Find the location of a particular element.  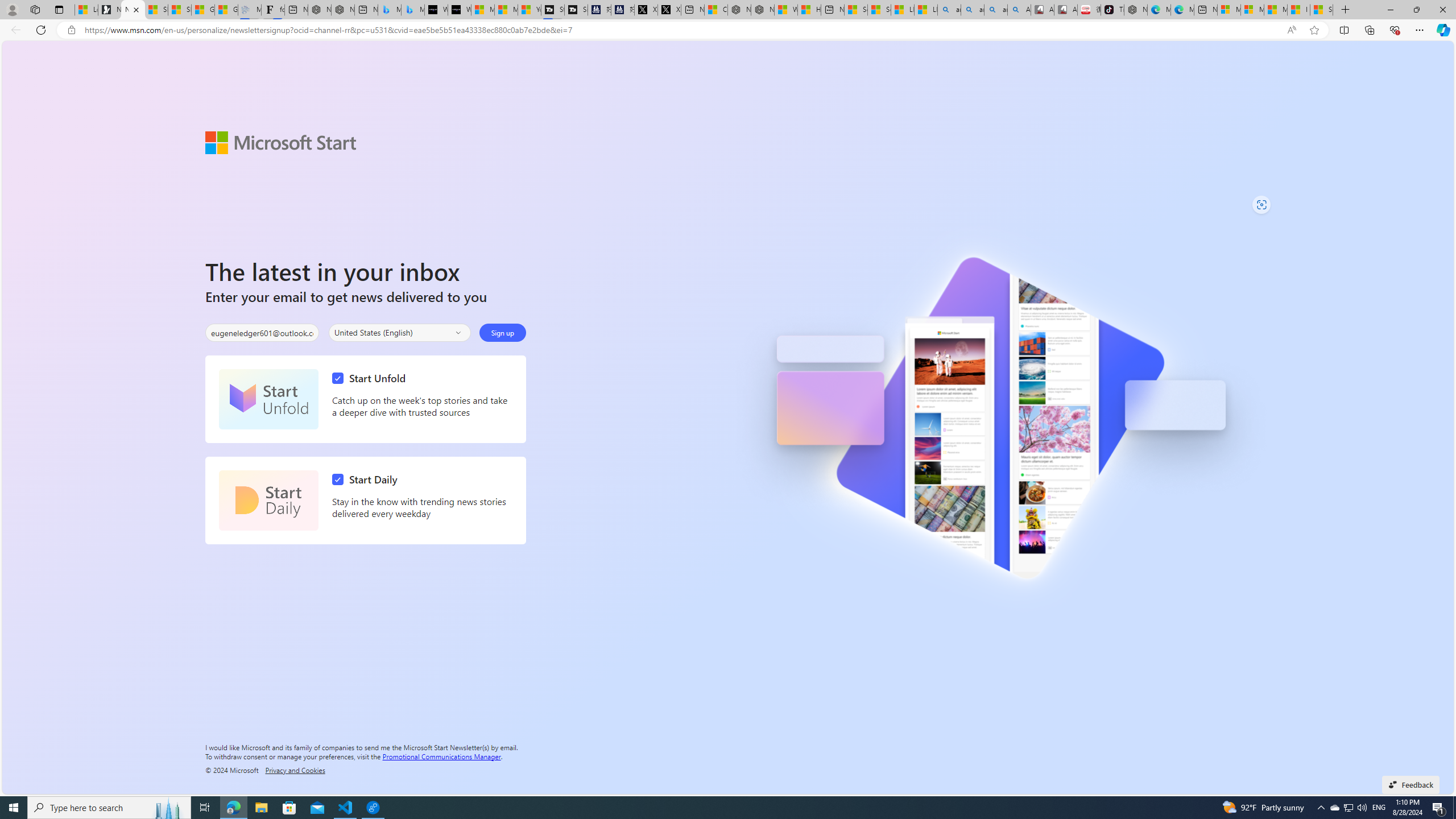

'Address and search bar' is located at coordinates (681, 30).